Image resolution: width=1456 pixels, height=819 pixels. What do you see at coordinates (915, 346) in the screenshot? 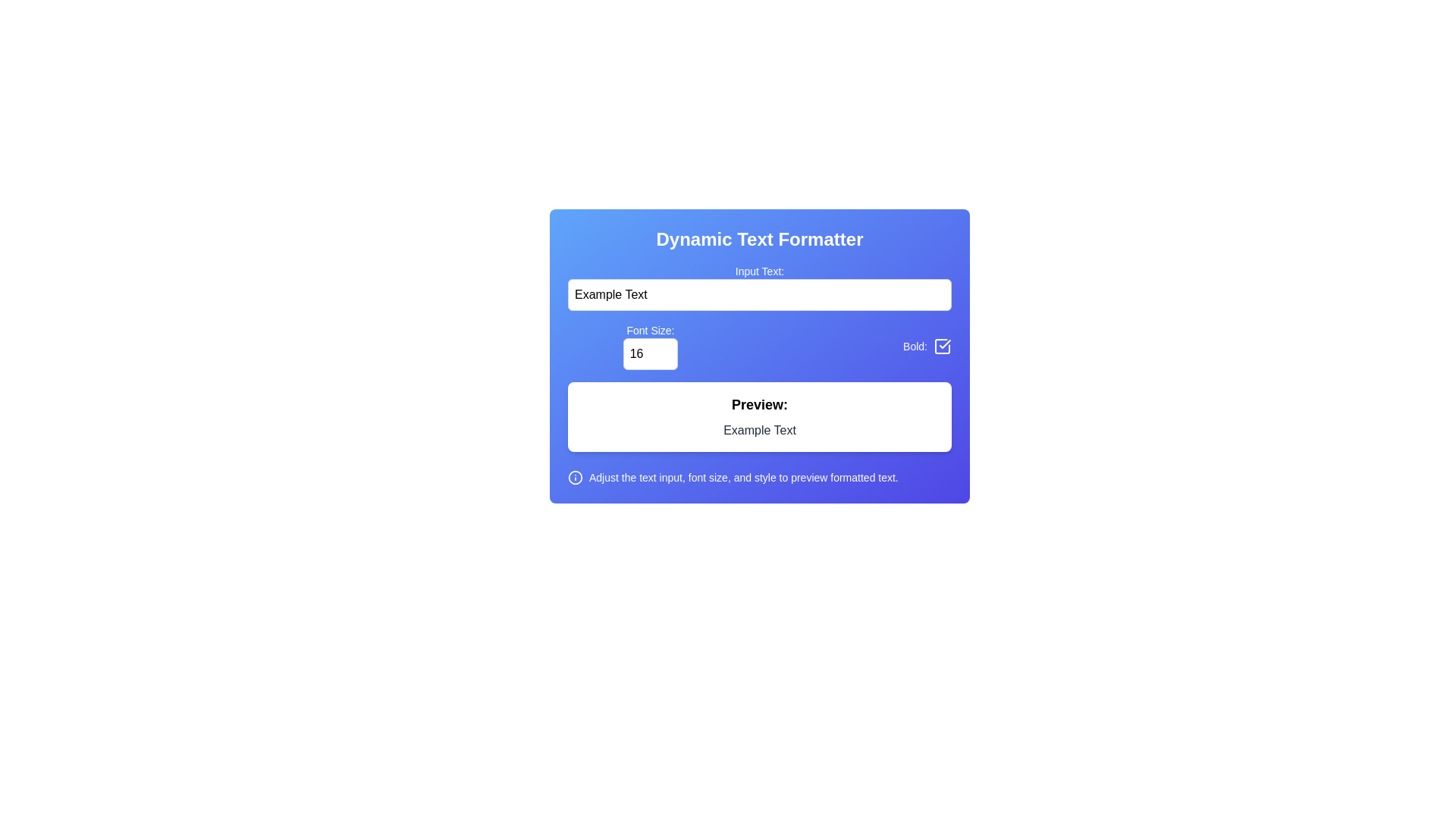
I see `the label indicating the purpose of the associated checkbox that toggles 'Bold' styling, located to the left of the check icon` at bounding box center [915, 346].